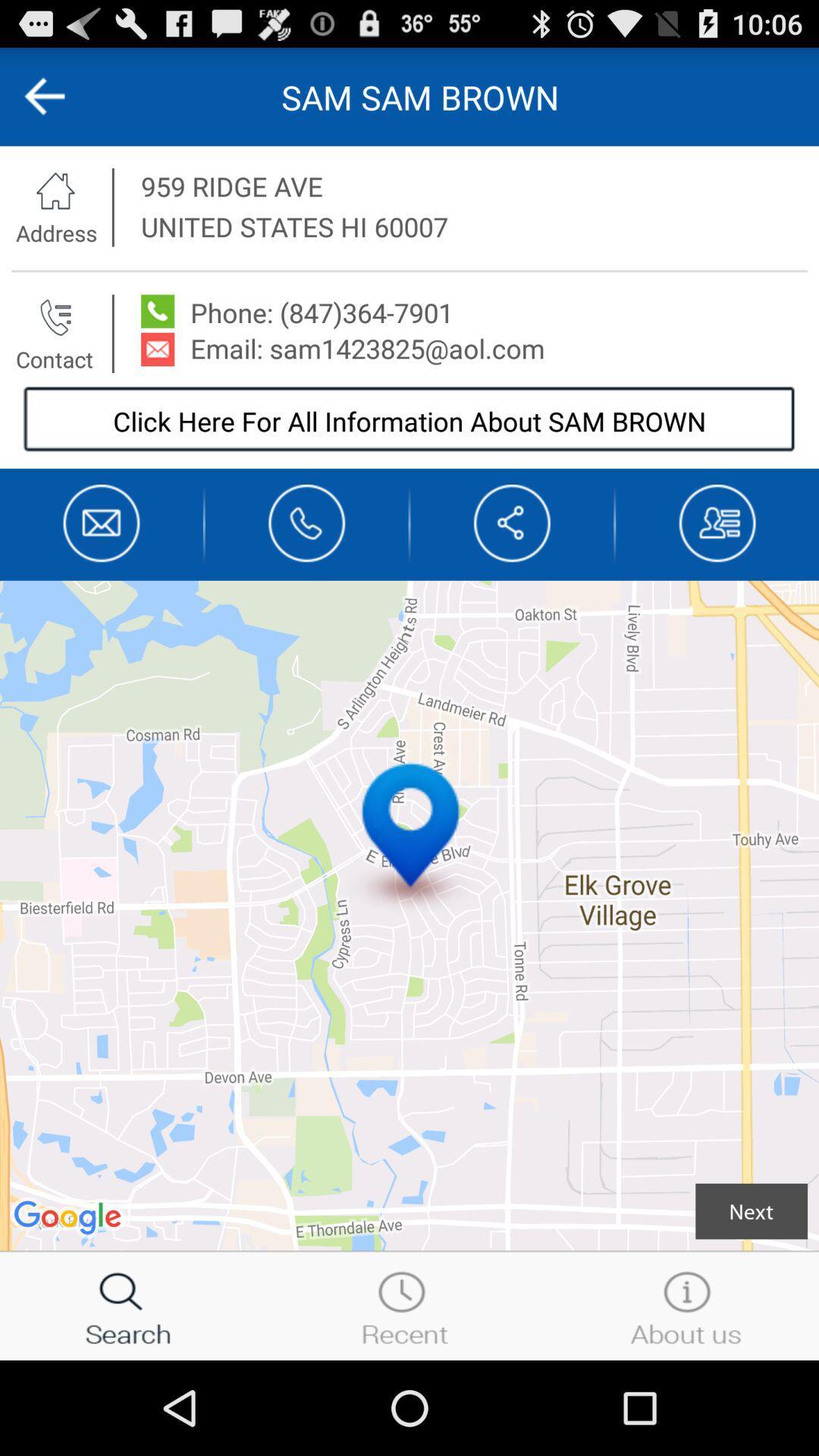 Image resolution: width=819 pixels, height=1456 pixels. Describe the element at coordinates (43, 102) in the screenshot. I see `the arrow_backward icon` at that location.